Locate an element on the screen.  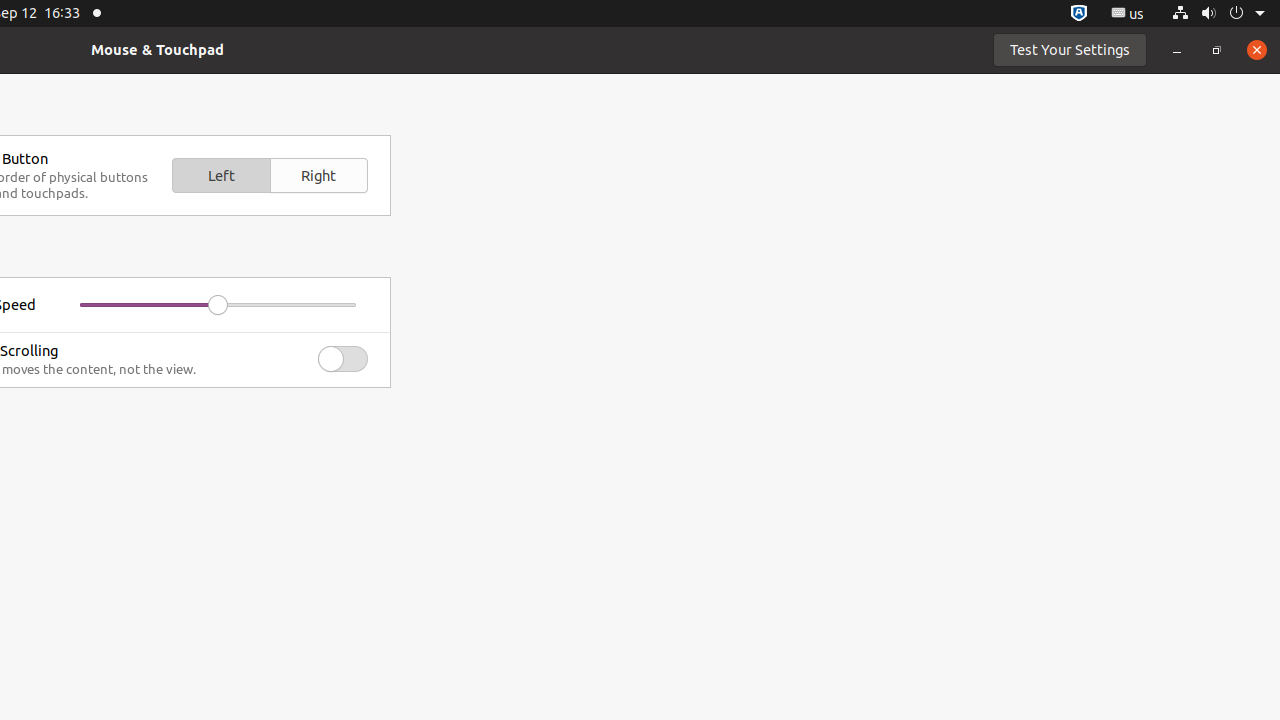
'Left' is located at coordinates (221, 174).